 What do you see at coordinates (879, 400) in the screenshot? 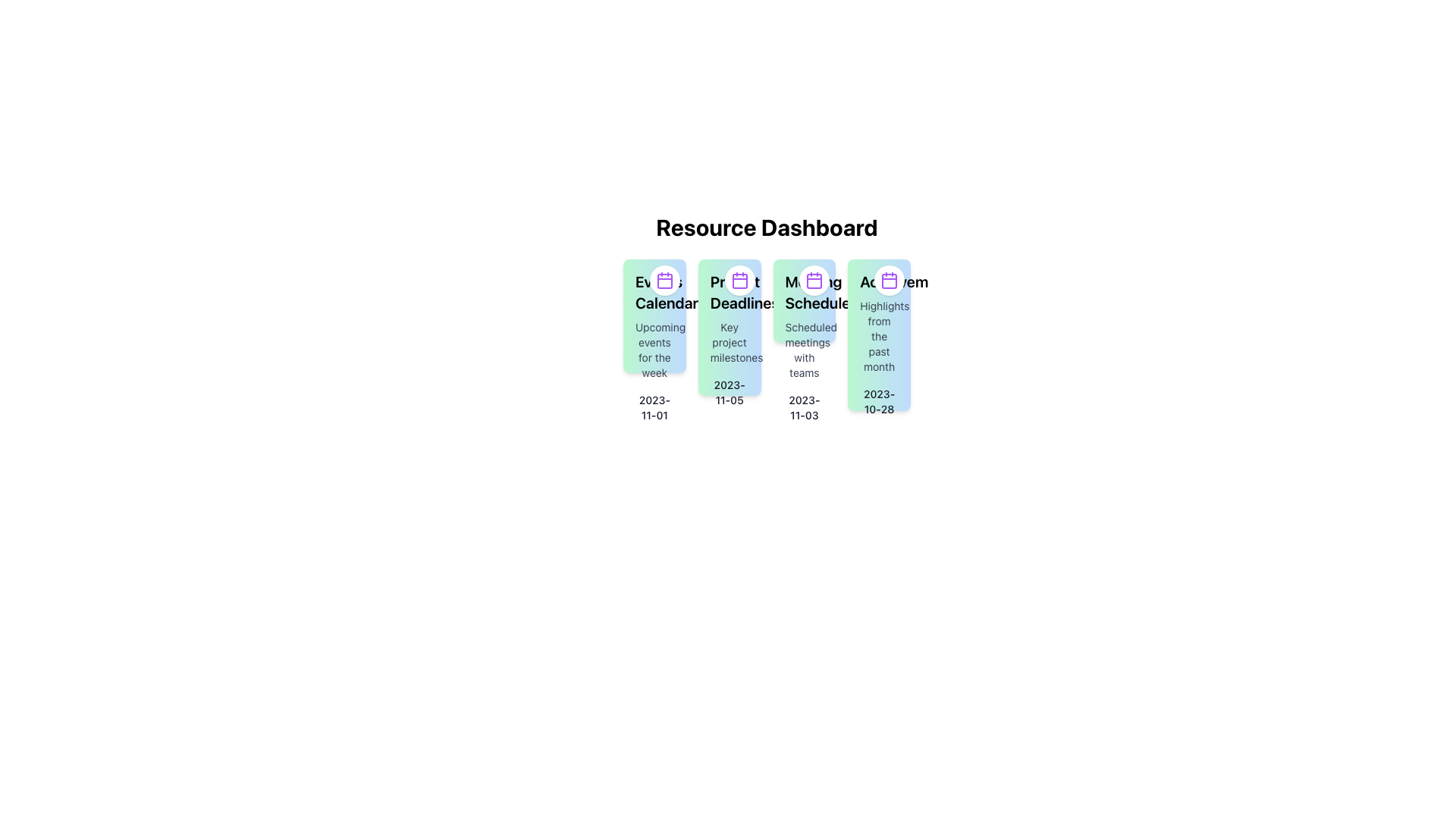
I see `the static text label displaying the date '2023-10-28' located in the fourth card under the 'Highlights from the past month' section of the 'Resource Dashboard'` at bounding box center [879, 400].